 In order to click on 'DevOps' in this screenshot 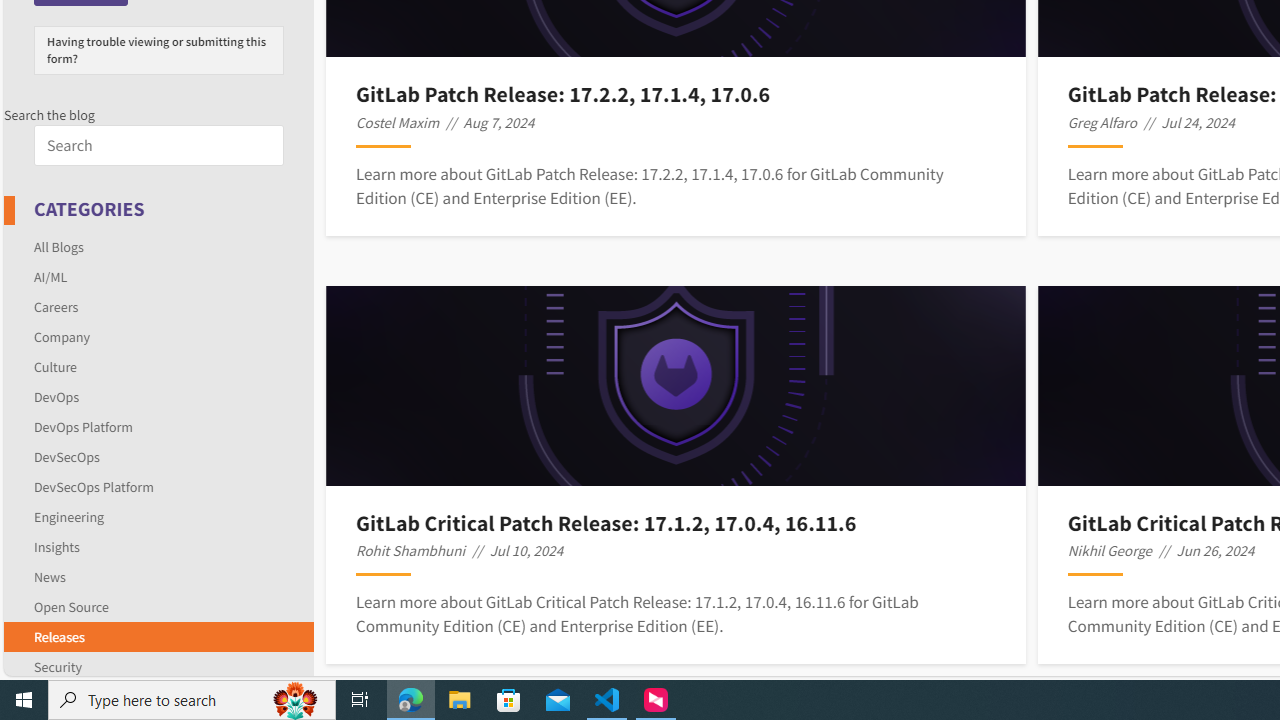, I will do `click(56, 396)`.